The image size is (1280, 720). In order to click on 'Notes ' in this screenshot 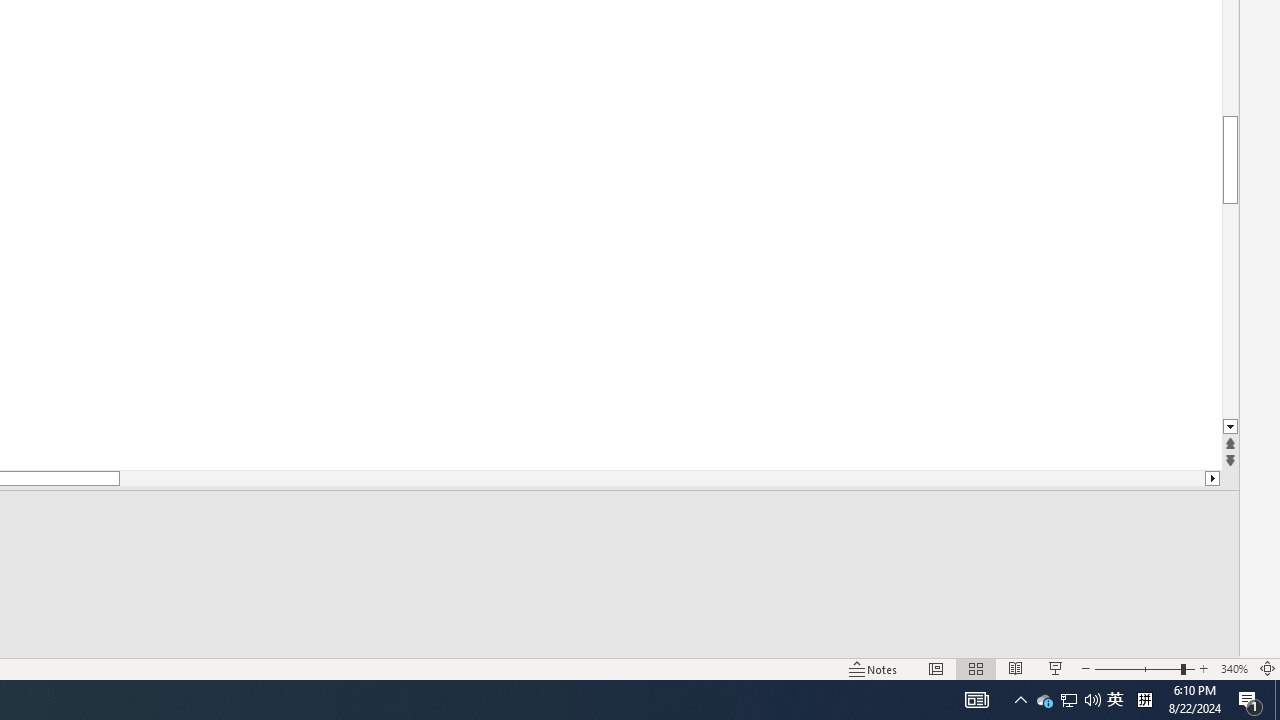, I will do `click(874, 669)`.